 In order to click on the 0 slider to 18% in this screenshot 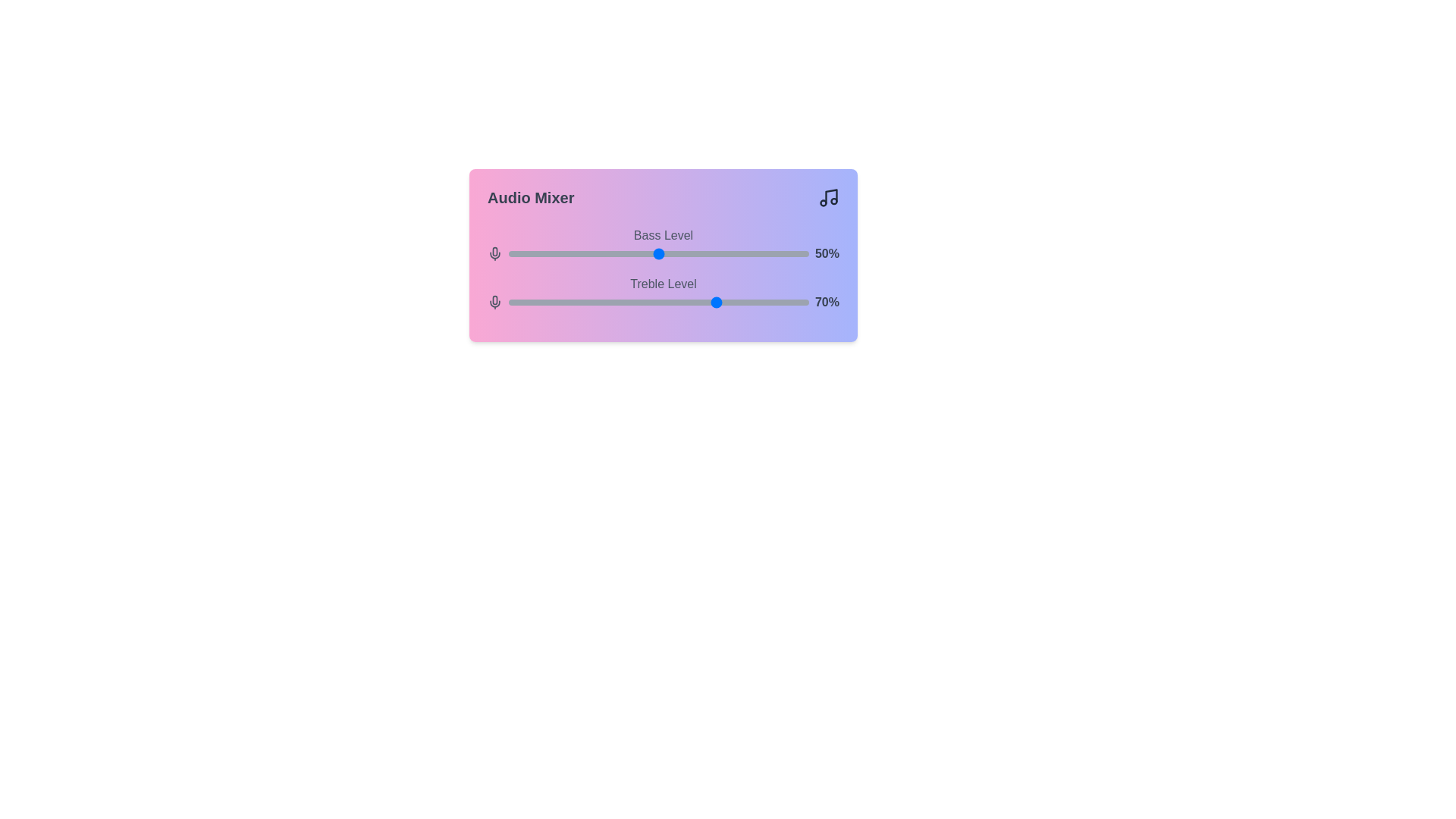, I will do `click(562, 253)`.